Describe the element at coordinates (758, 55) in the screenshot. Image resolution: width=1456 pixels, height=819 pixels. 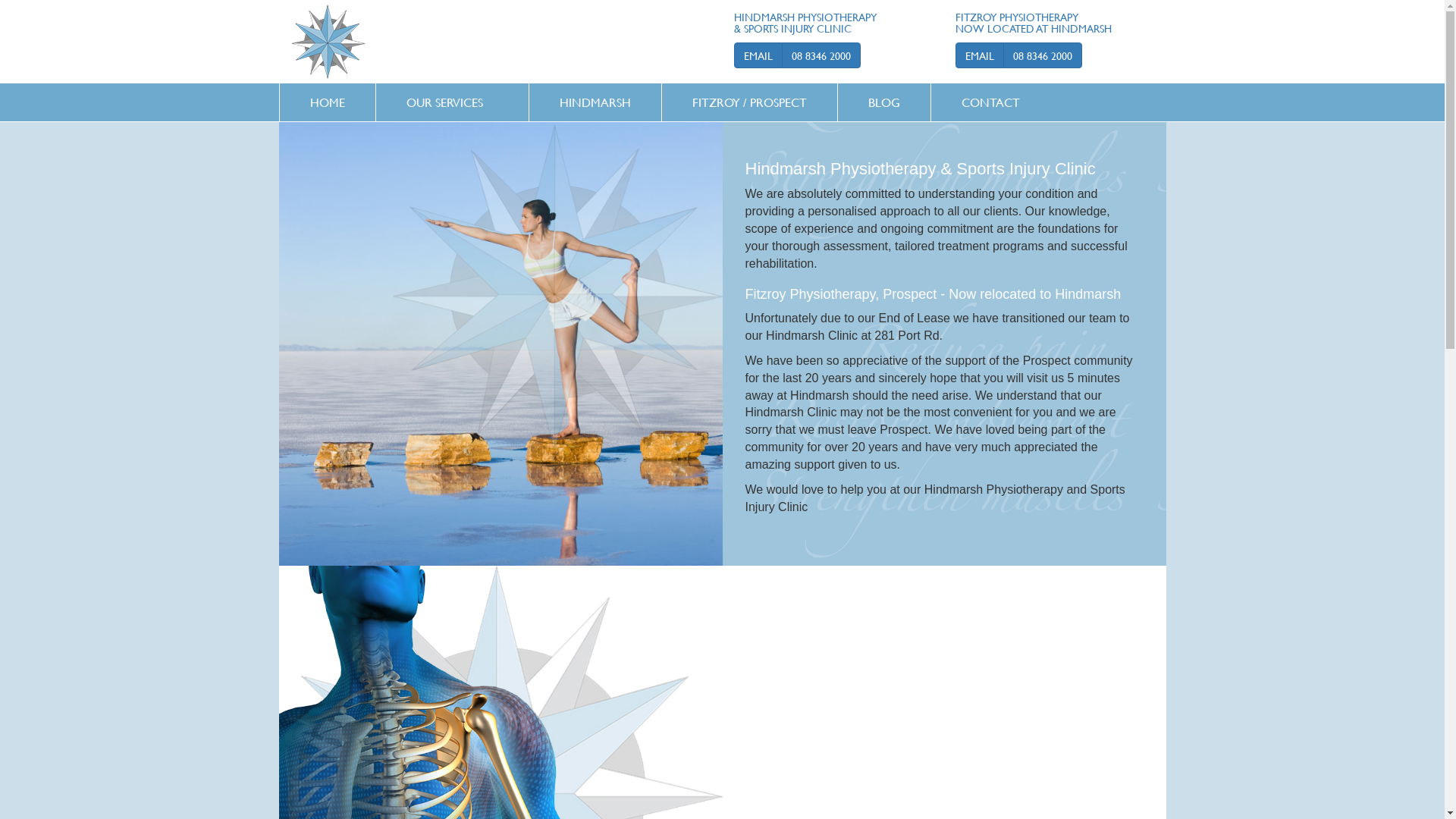
I see `'EMAIL'` at that location.